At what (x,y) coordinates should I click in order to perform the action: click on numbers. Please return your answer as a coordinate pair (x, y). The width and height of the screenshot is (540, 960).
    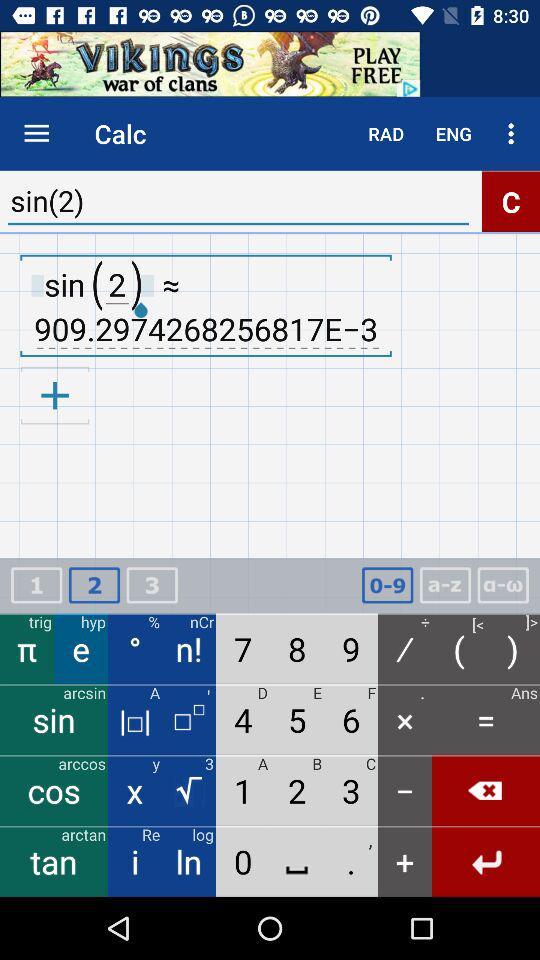
    Looking at the image, I should click on (387, 585).